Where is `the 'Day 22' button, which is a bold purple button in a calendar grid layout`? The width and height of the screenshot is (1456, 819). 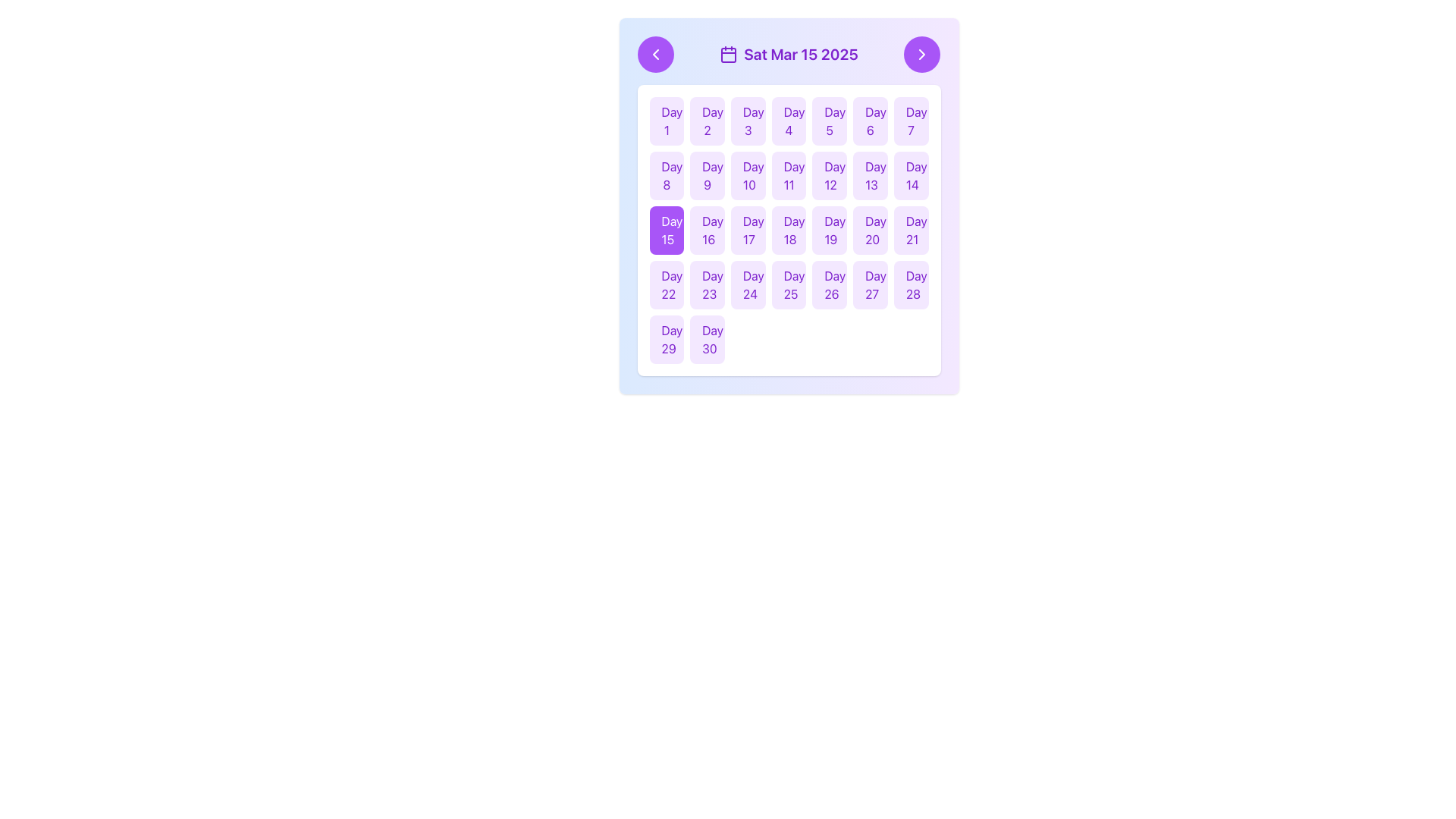
the 'Day 22' button, which is a bold purple button in a calendar grid layout is located at coordinates (667, 284).